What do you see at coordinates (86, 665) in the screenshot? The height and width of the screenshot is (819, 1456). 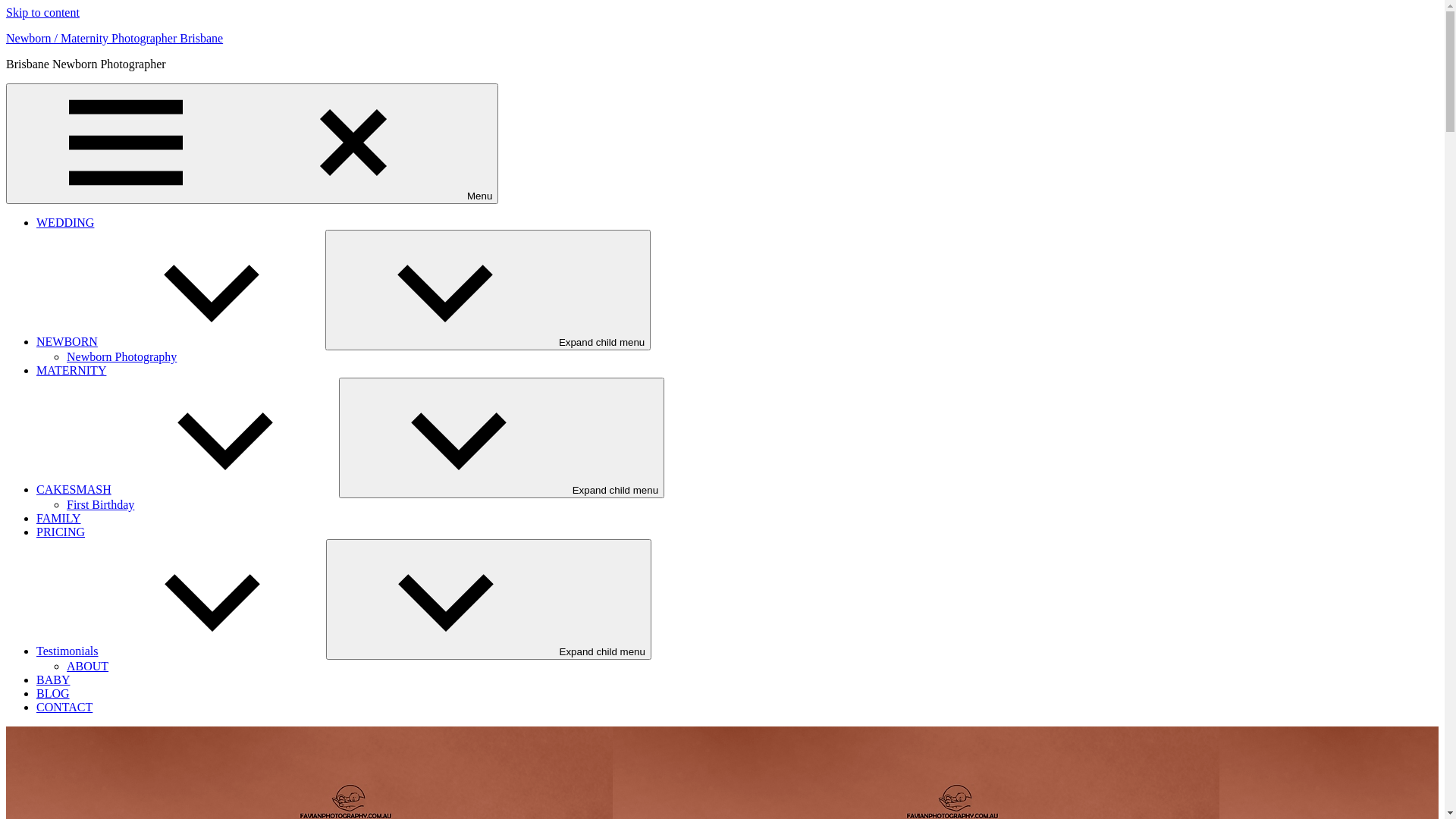 I see `'ABOUT'` at bounding box center [86, 665].